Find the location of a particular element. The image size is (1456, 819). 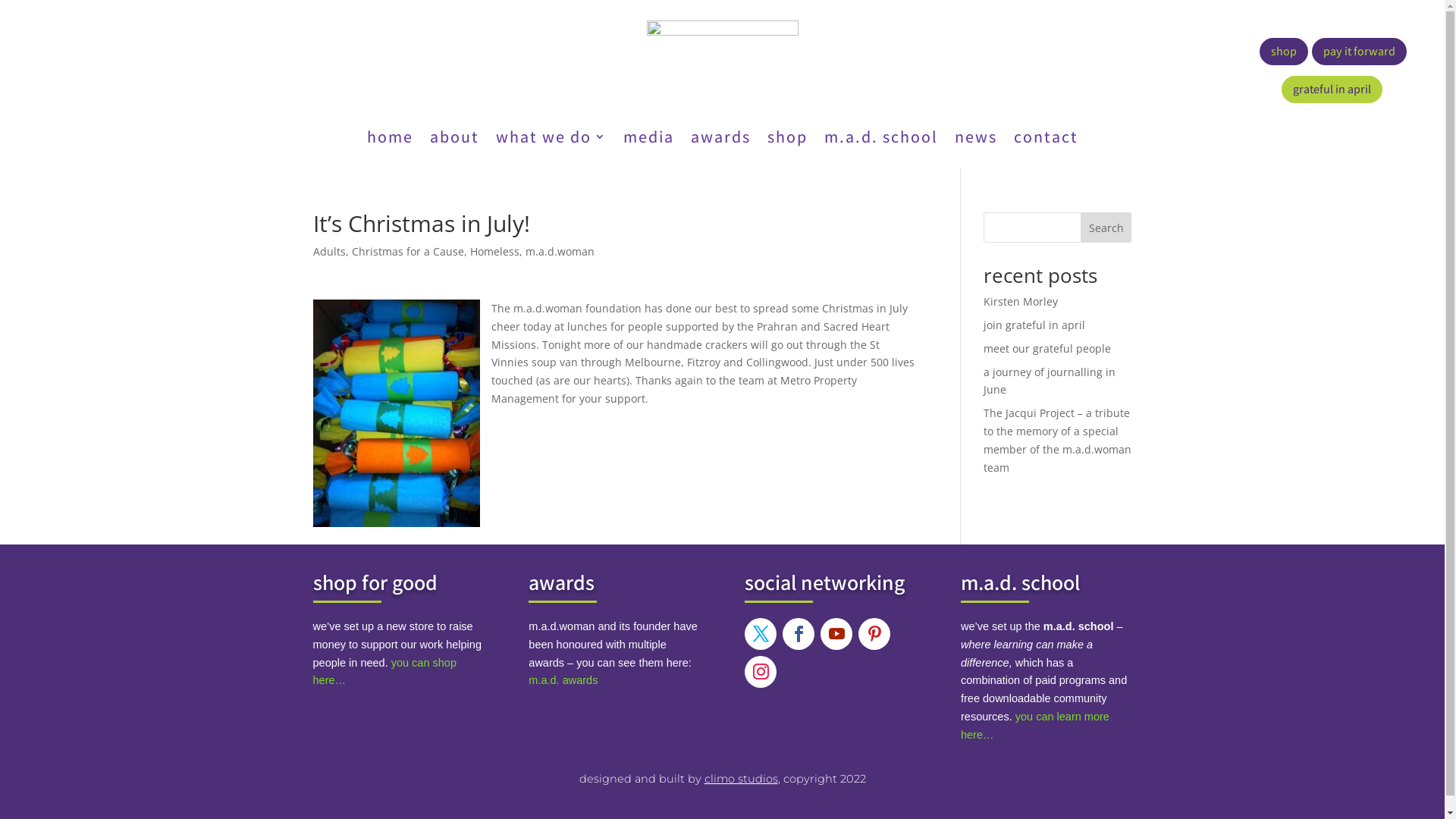

'meet our grateful people' is located at coordinates (983, 348).